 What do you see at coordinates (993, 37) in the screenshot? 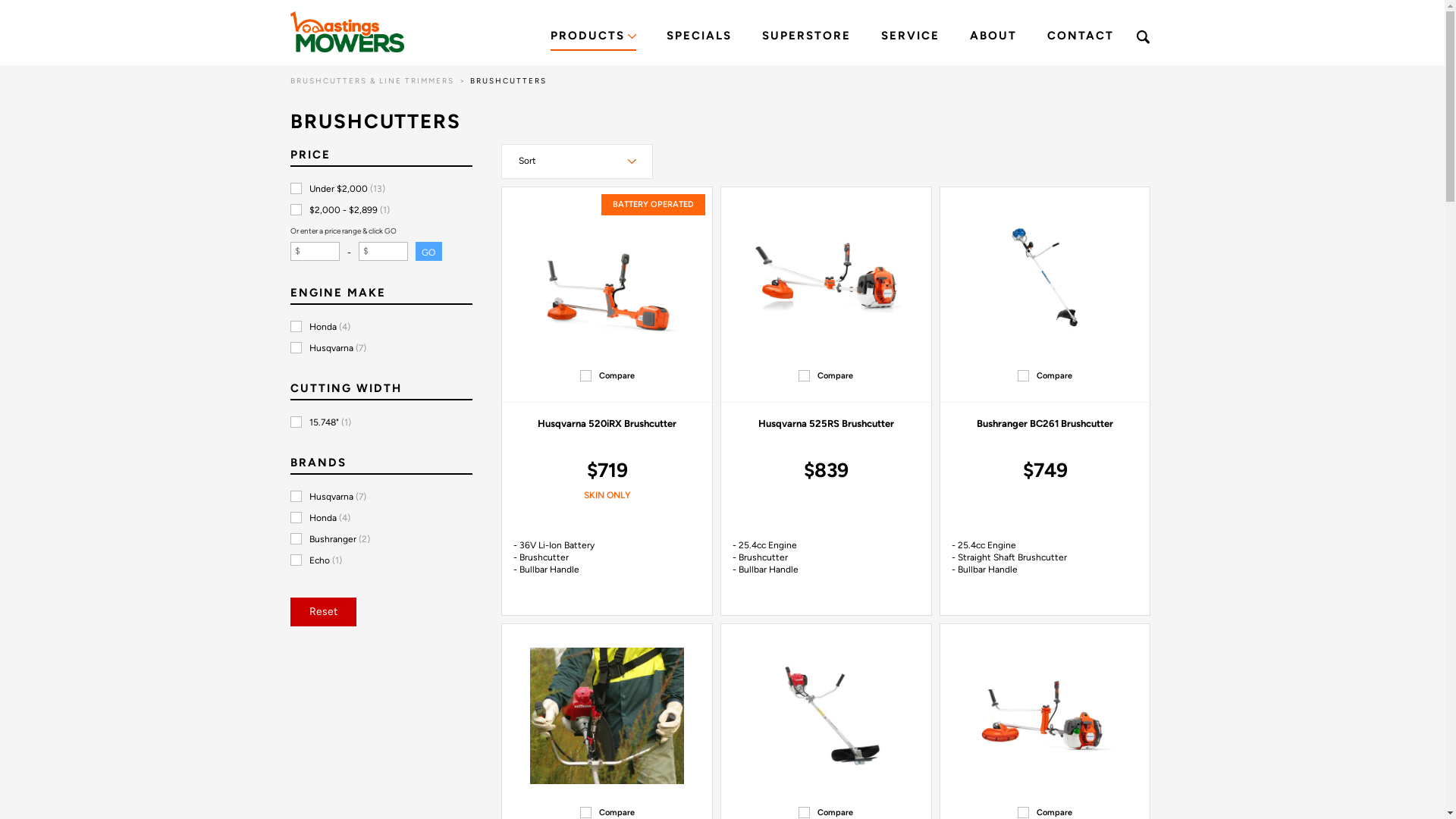
I see `'ABOUT'` at bounding box center [993, 37].